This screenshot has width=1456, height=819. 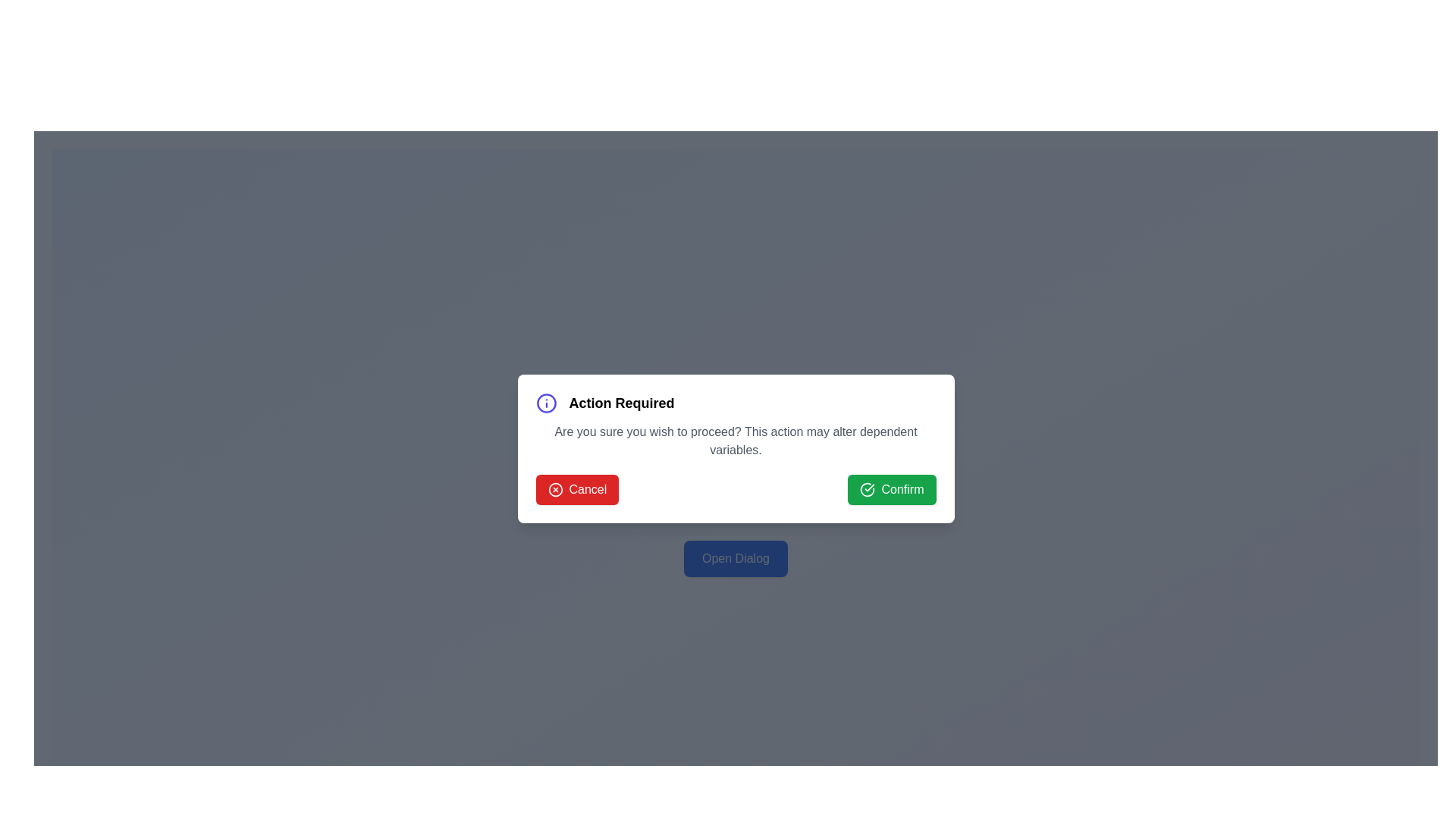 I want to click on the red rectangular 'Cancel' button with white text and an 'X' icon for keyboard interaction, so click(x=576, y=489).